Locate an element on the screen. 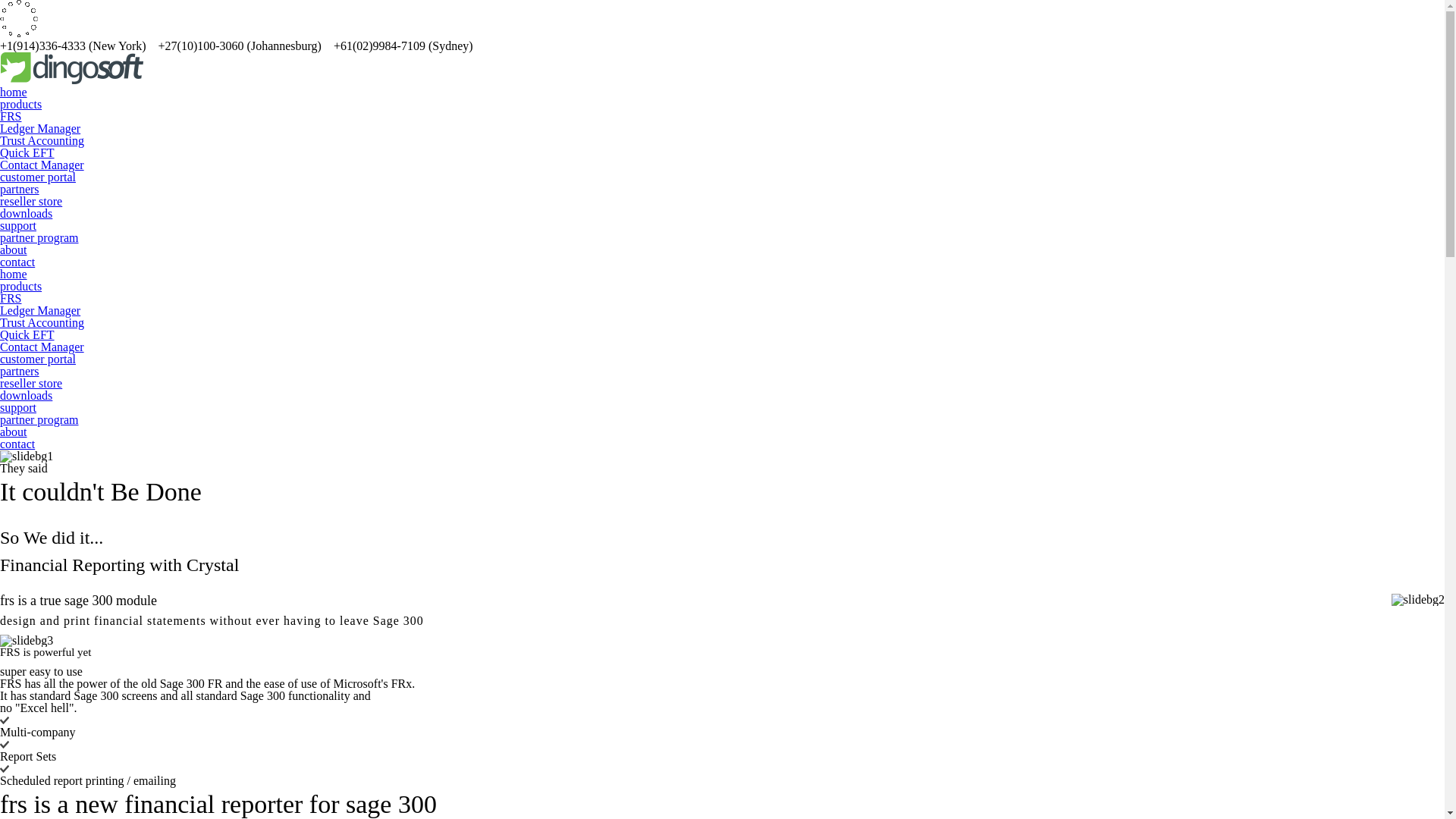  'Ledger Manager' is located at coordinates (0, 309).